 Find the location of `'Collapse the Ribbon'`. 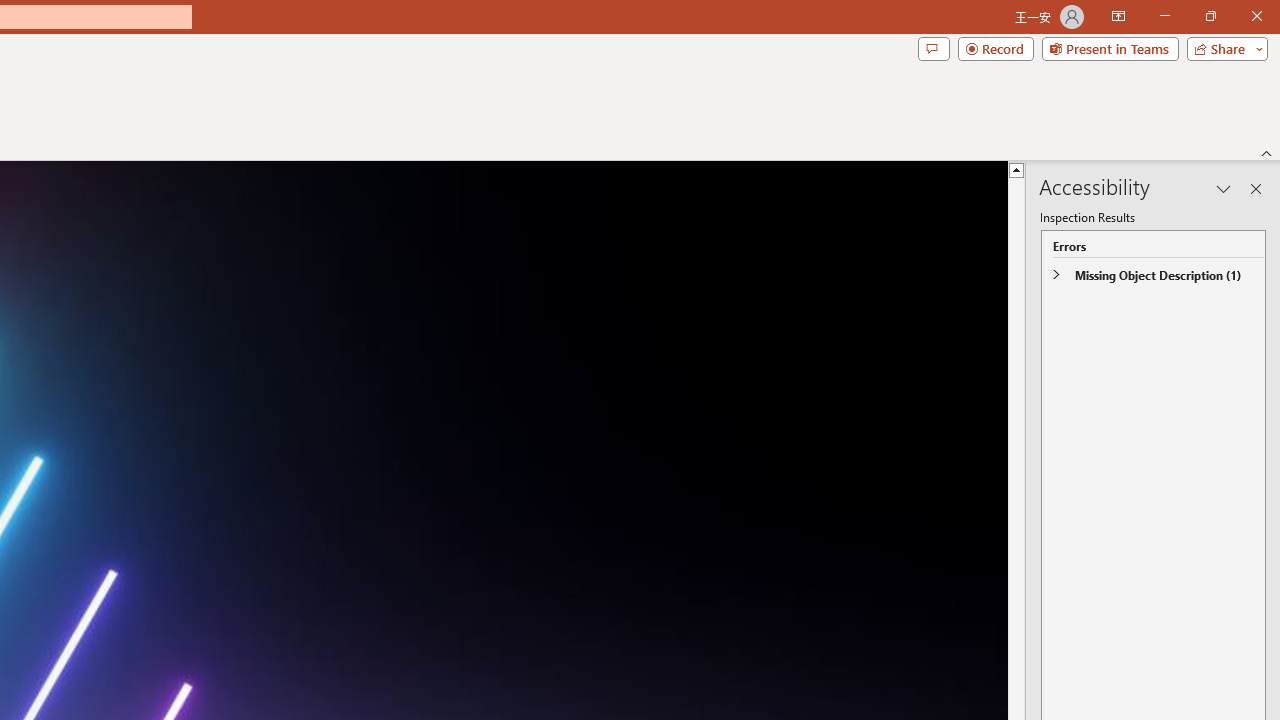

'Collapse the Ribbon' is located at coordinates (1266, 152).